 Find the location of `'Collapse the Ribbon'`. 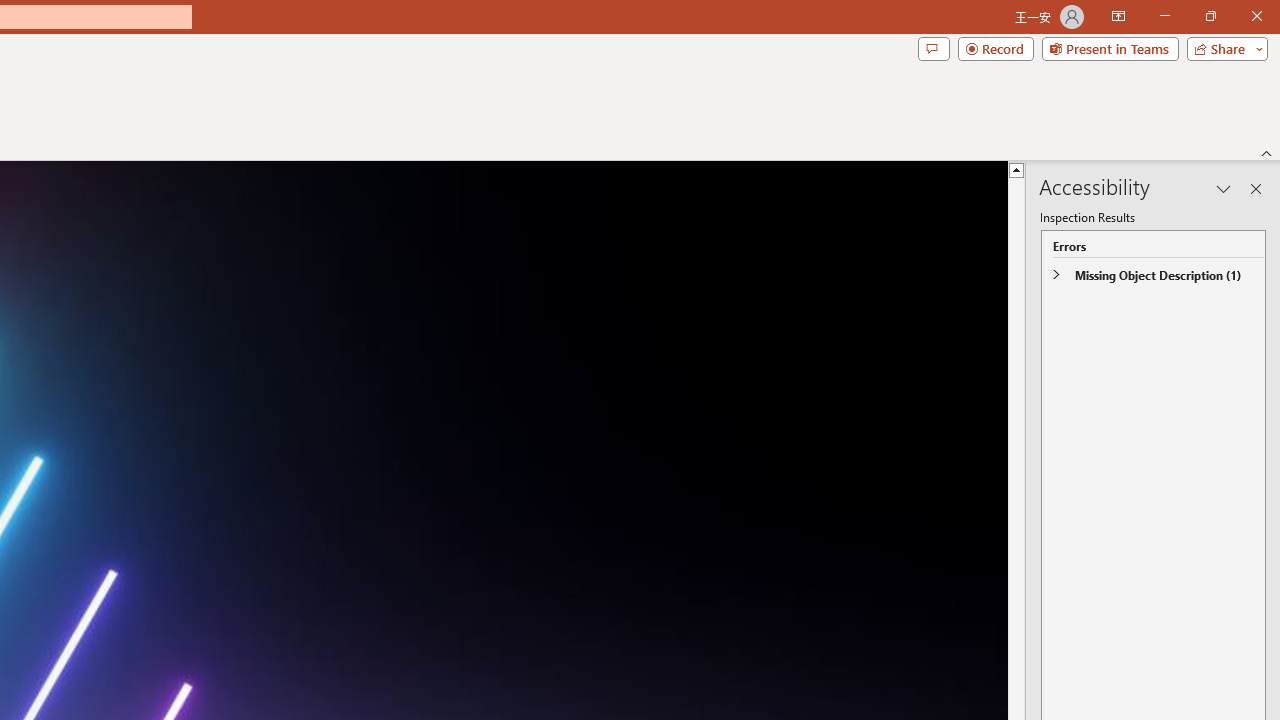

'Collapse the Ribbon' is located at coordinates (1266, 152).